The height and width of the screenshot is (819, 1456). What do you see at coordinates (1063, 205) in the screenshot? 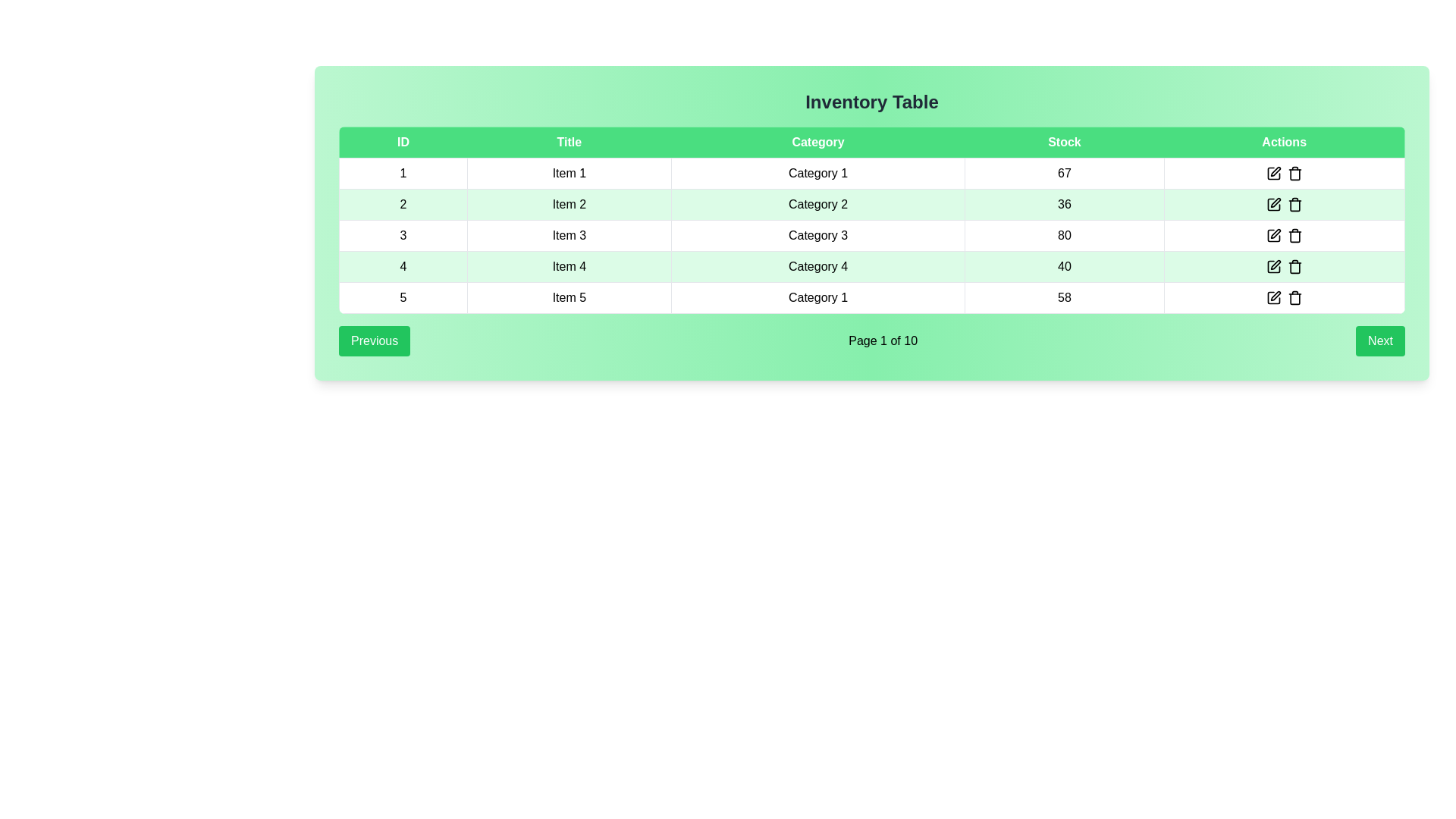
I see `the stock value cell in the fourth column of the second row of the table for 'Item 2' and 'Category 2'` at bounding box center [1063, 205].